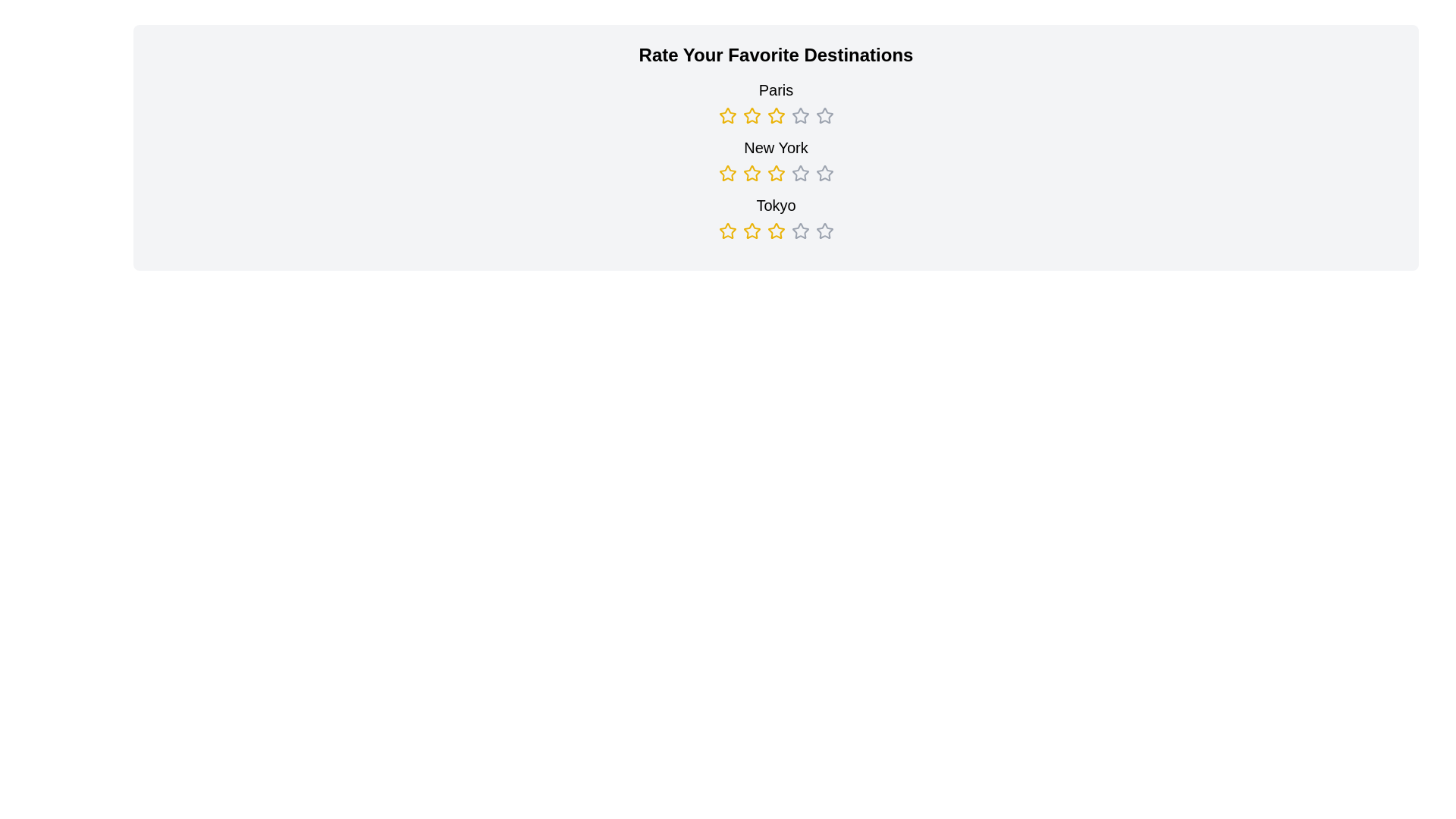  I want to click on the interactive star icon positioned in the first row for the 'Paris' rating, so click(799, 115).